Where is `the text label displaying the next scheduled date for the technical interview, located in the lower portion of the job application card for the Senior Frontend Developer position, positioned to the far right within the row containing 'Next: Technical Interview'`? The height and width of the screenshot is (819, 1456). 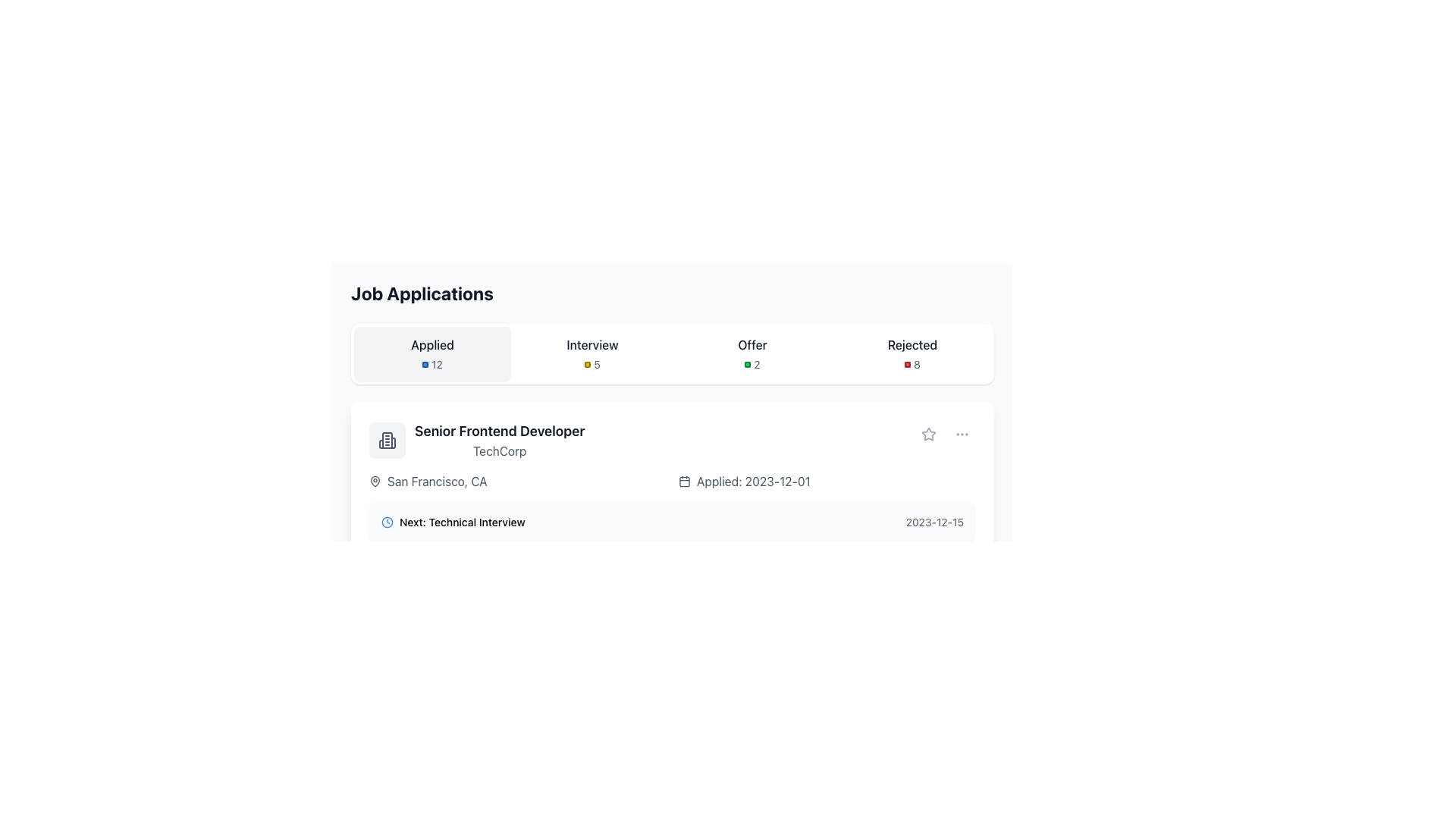 the text label displaying the next scheduled date for the technical interview, located in the lower portion of the job application card for the Senior Frontend Developer position, positioned to the far right within the row containing 'Next: Technical Interview' is located at coordinates (934, 522).